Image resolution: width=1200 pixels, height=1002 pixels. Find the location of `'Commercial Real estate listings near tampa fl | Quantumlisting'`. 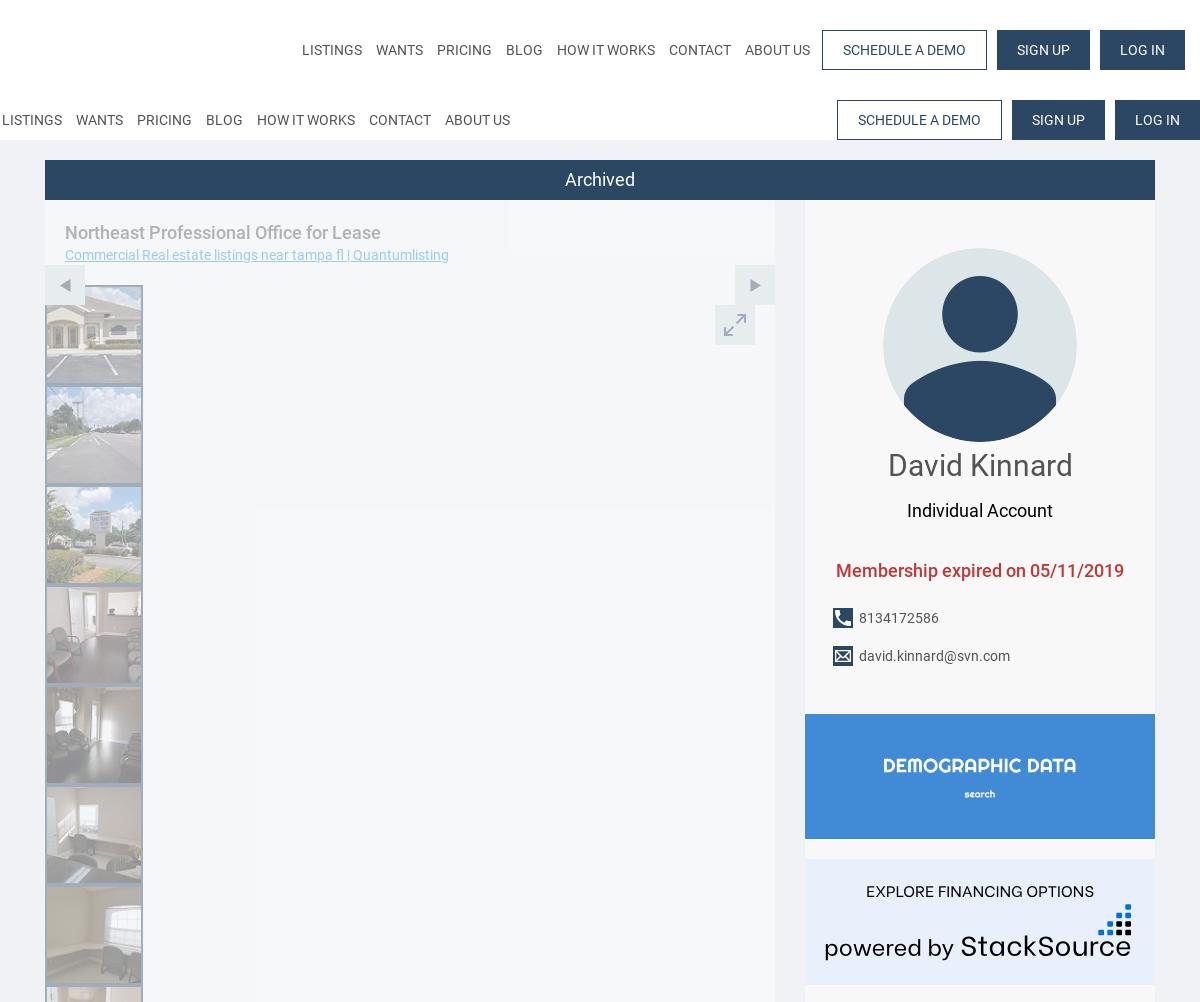

'Commercial Real estate listings near tampa fl | Quantumlisting' is located at coordinates (256, 254).